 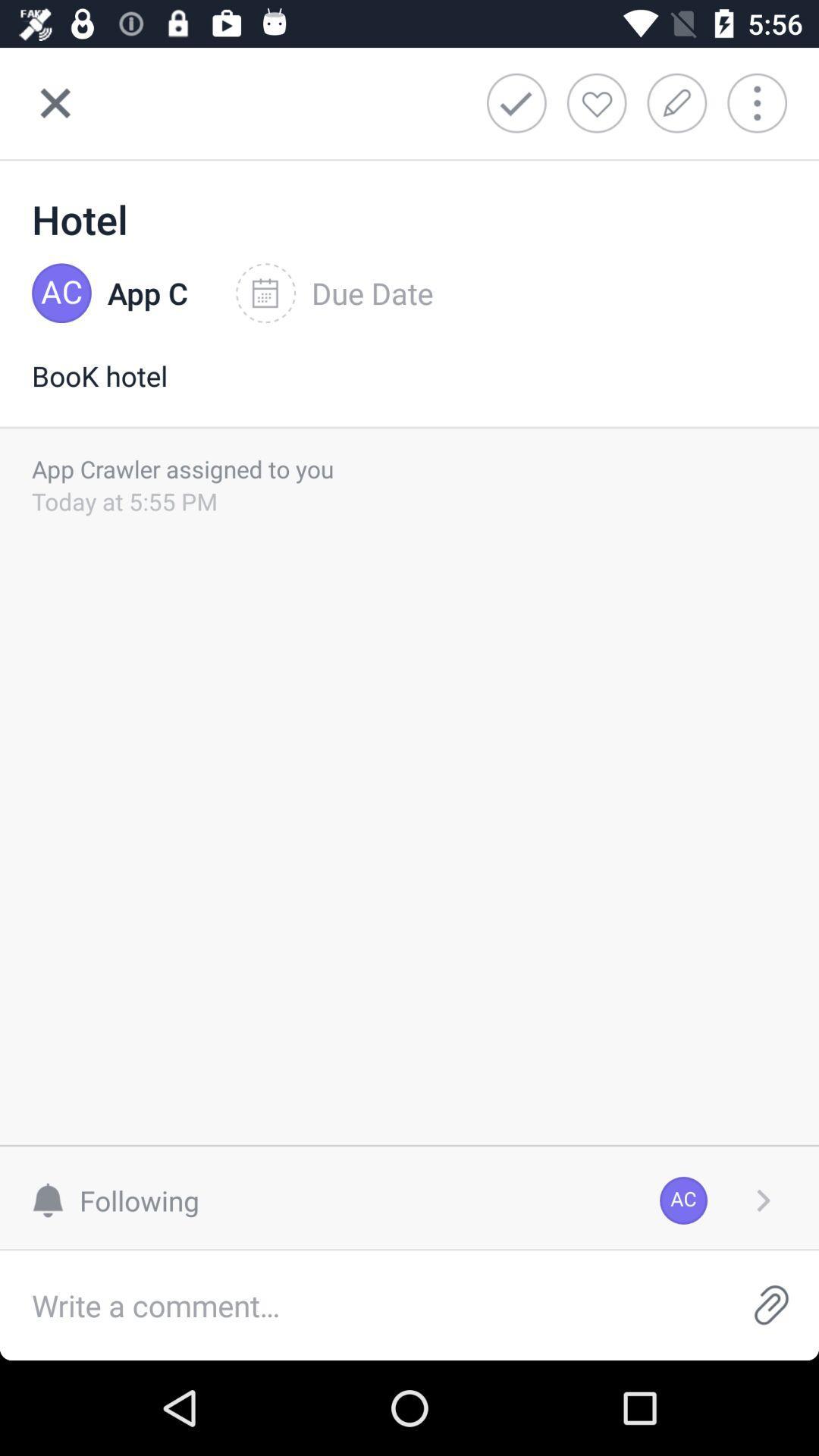 What do you see at coordinates (362, 1304) in the screenshot?
I see `the text field which says write a comment` at bounding box center [362, 1304].